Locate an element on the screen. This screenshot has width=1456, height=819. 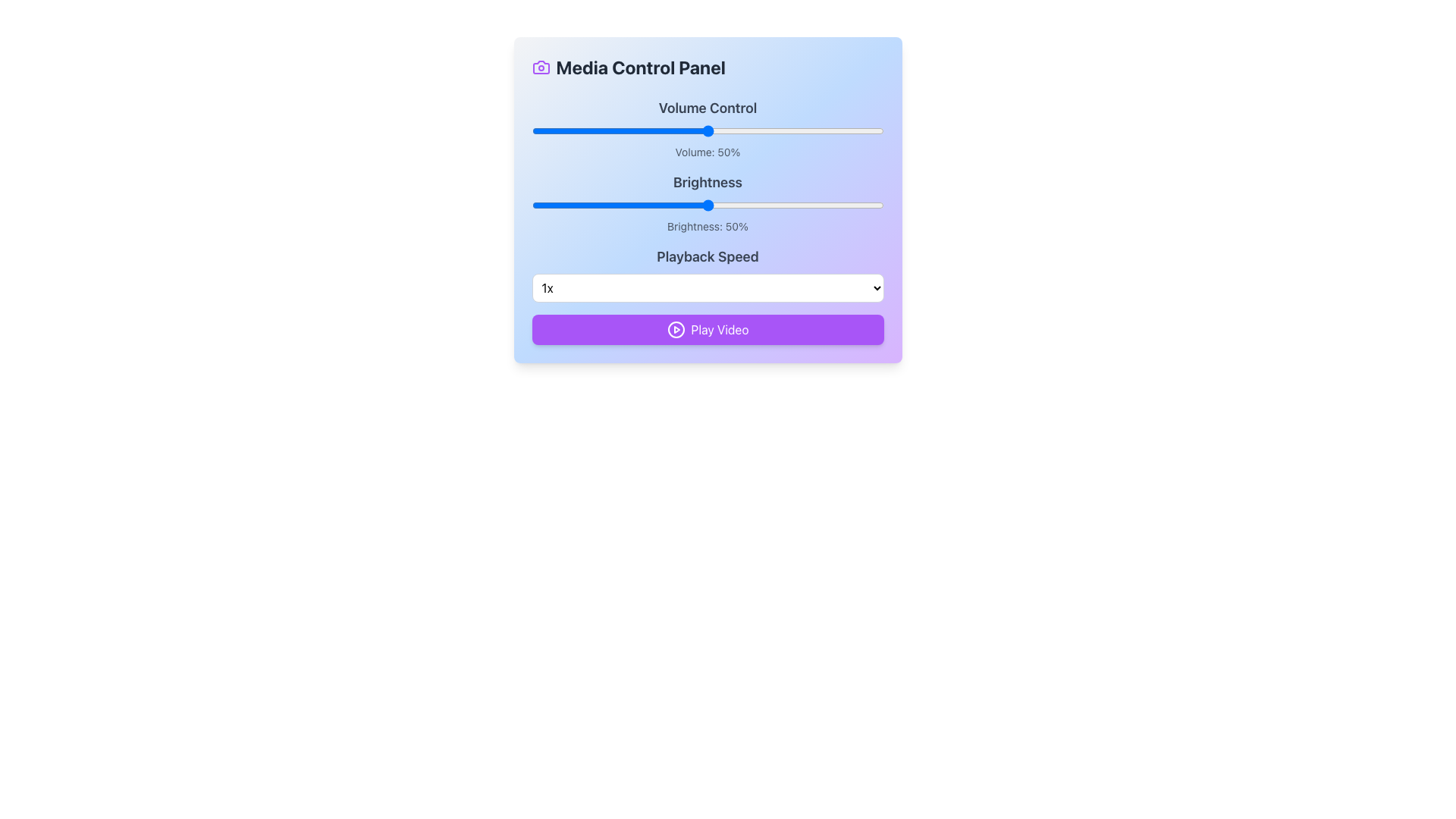
text of the heading element, which serves as the title for the section, located at the top of the card interface is located at coordinates (707, 66).